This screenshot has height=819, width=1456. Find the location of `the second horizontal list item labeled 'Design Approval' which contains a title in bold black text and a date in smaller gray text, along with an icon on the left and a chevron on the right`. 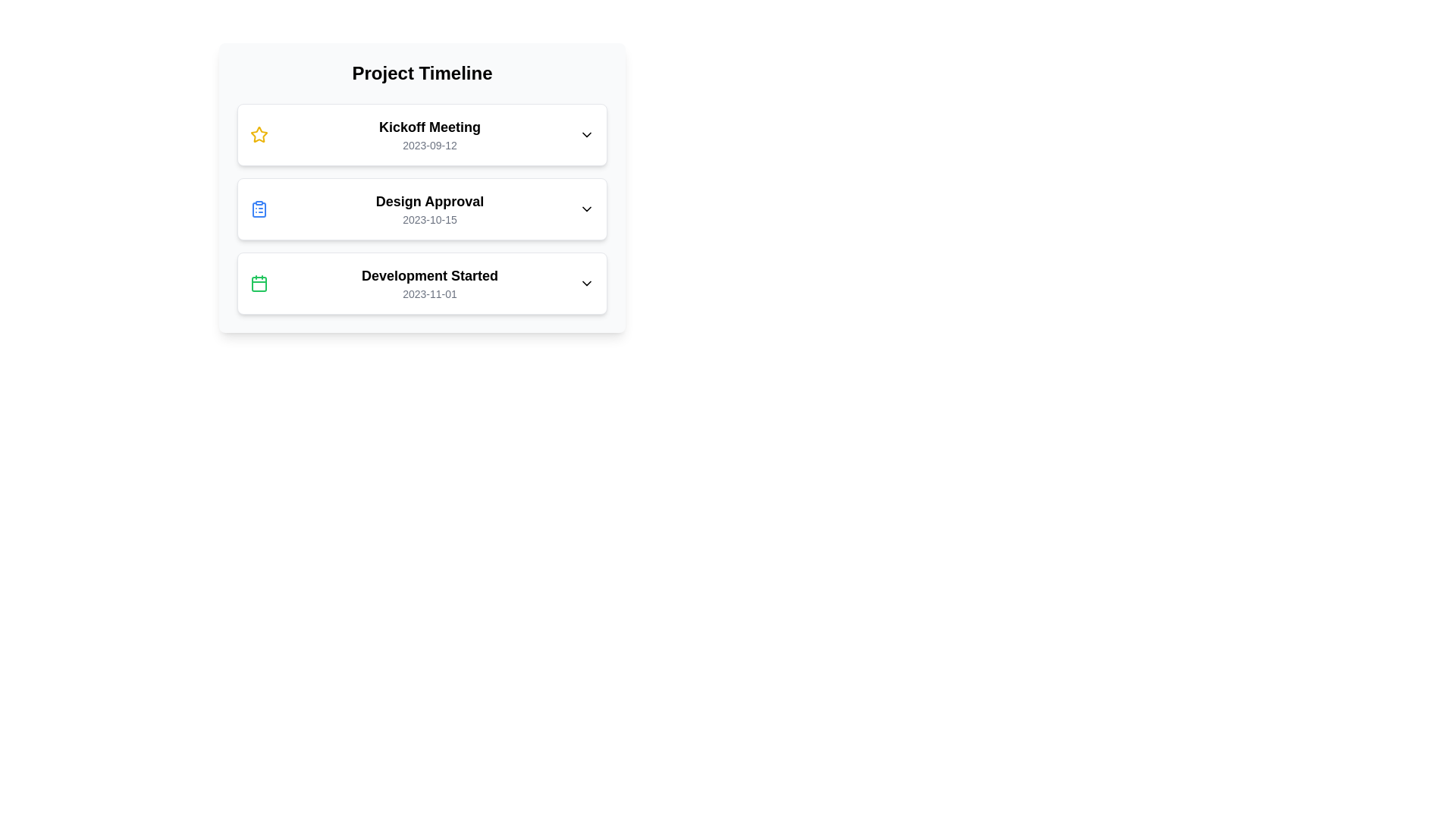

the second horizontal list item labeled 'Design Approval' which contains a title in bold black text and a date in smaller gray text, along with an icon on the left and a chevron on the right is located at coordinates (422, 209).